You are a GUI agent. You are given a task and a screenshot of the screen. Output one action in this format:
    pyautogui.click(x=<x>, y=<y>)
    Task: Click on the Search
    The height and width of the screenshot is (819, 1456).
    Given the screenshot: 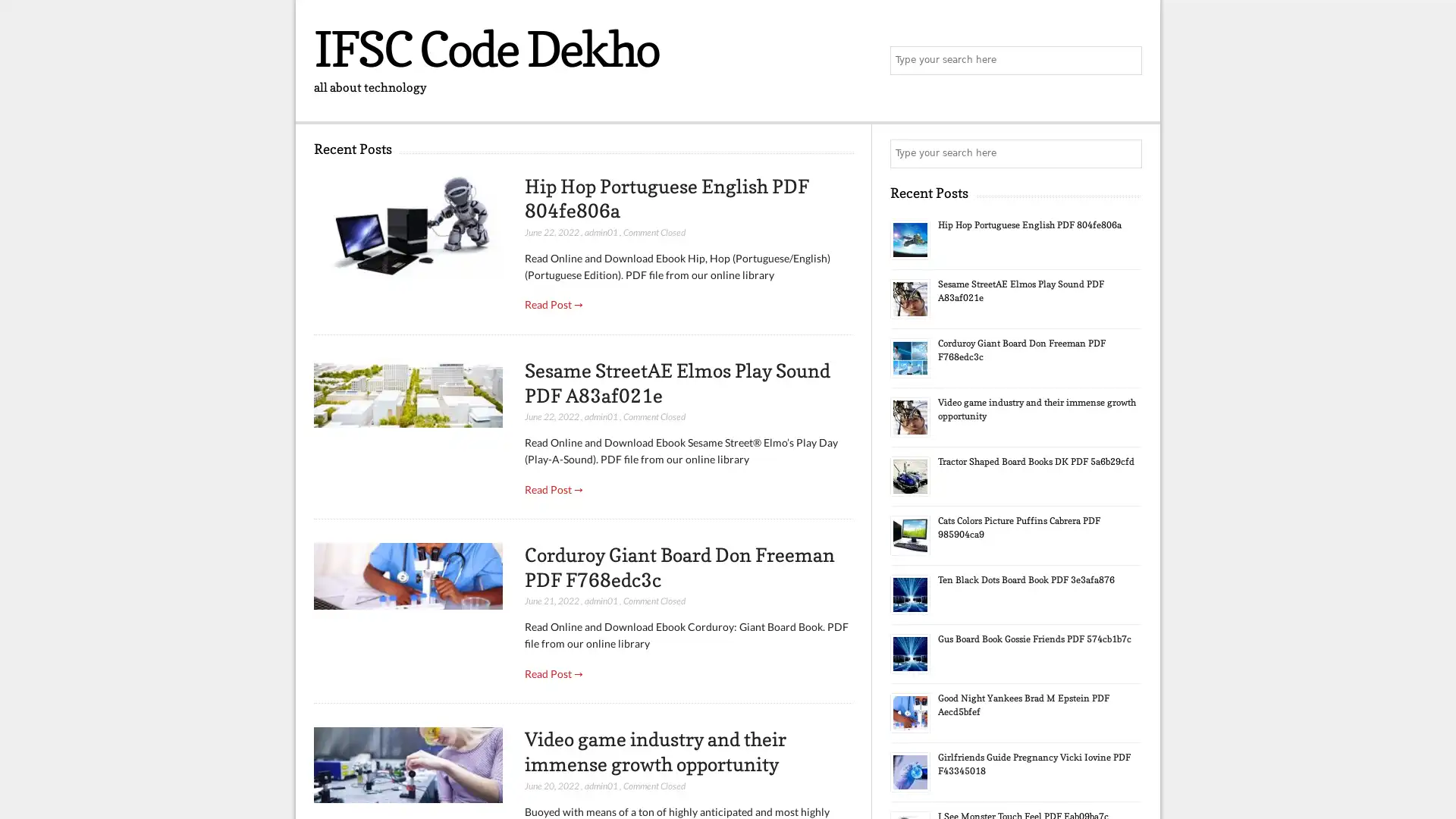 What is the action you would take?
    pyautogui.click(x=1126, y=155)
    